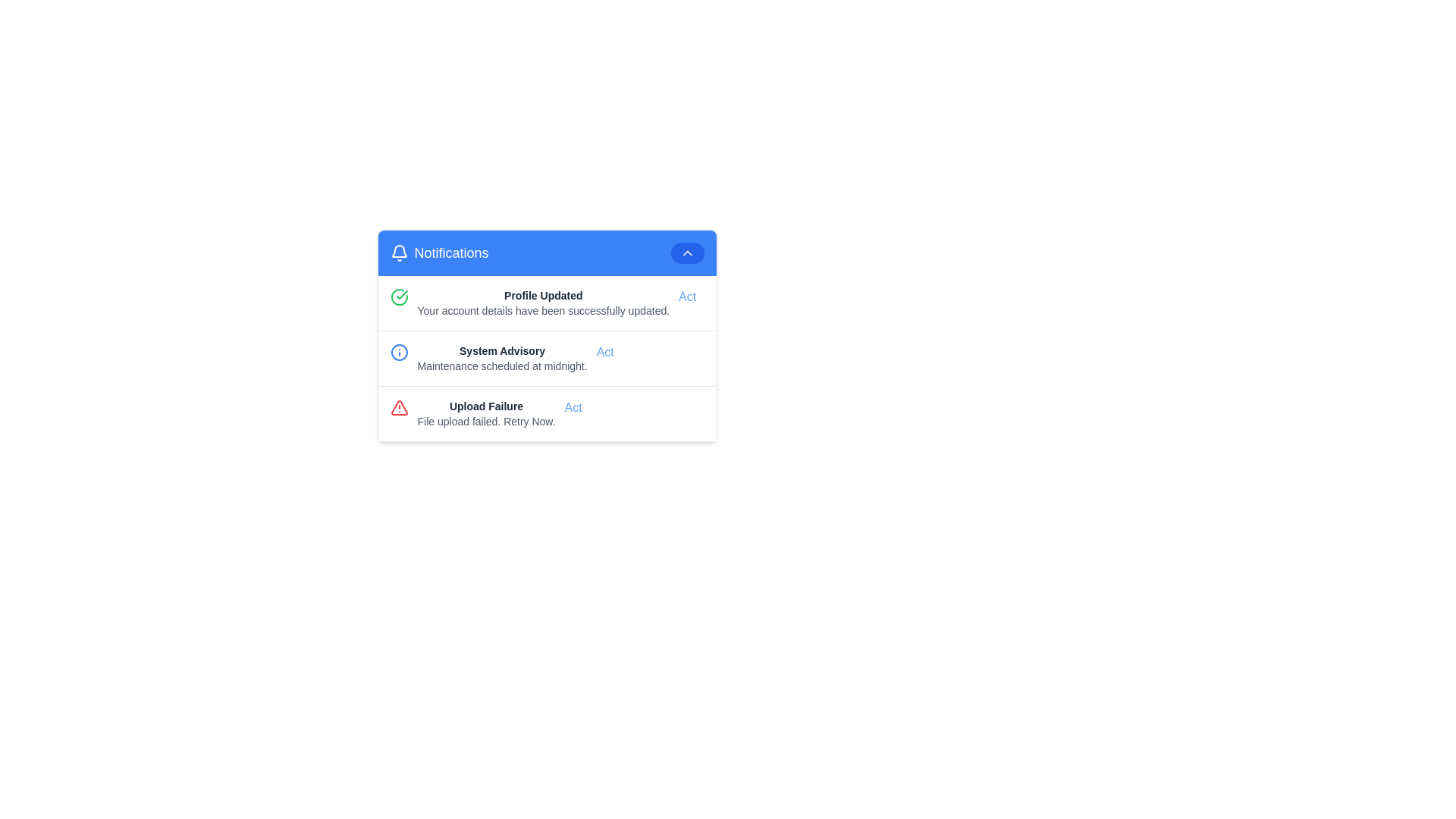  I want to click on the checkmark icon that indicates the success of the 'Profile Updated' status within the Notifications panel, so click(401, 295).